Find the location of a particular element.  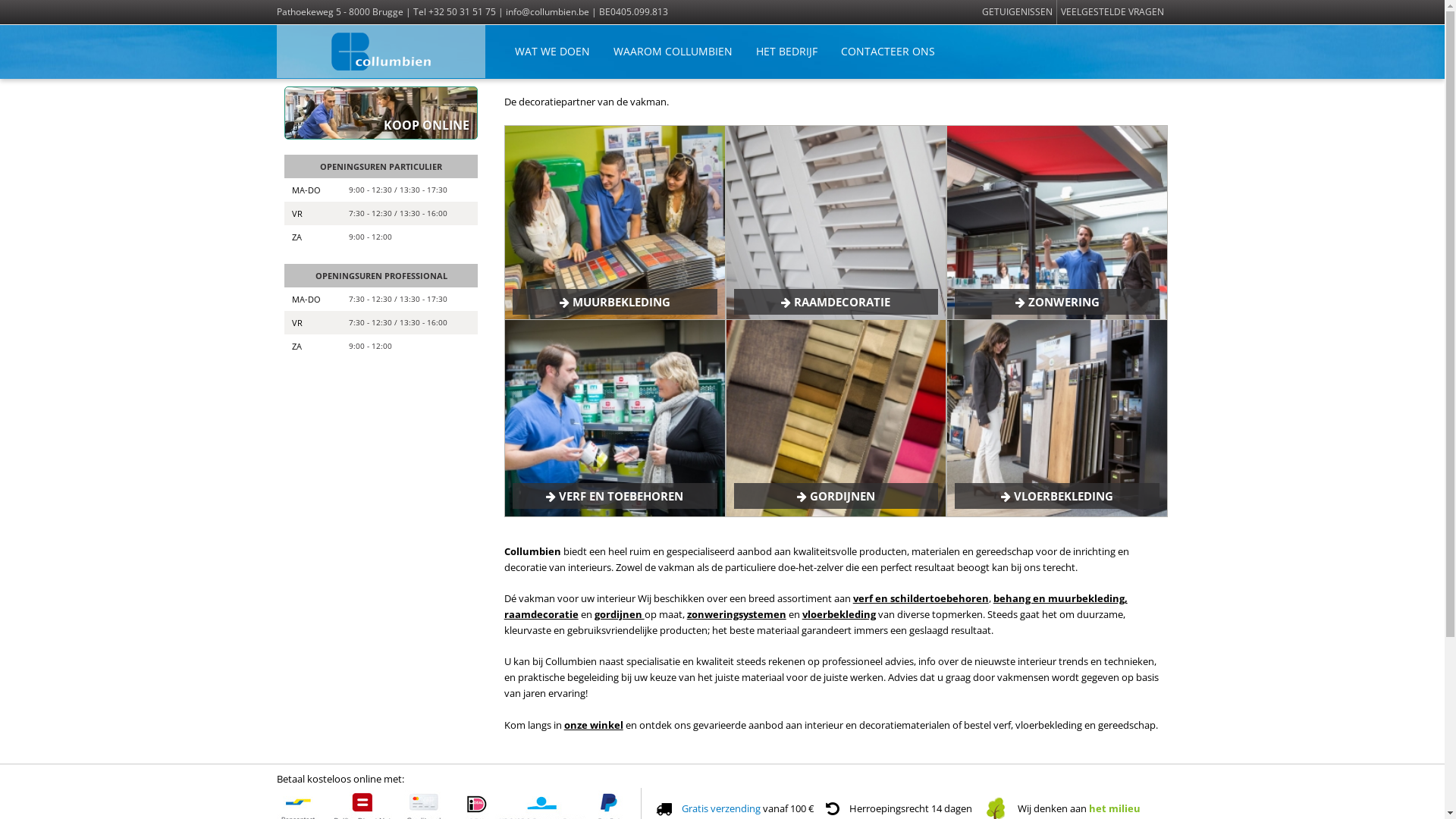

'GETUIGENISSEN' is located at coordinates (978, 11).